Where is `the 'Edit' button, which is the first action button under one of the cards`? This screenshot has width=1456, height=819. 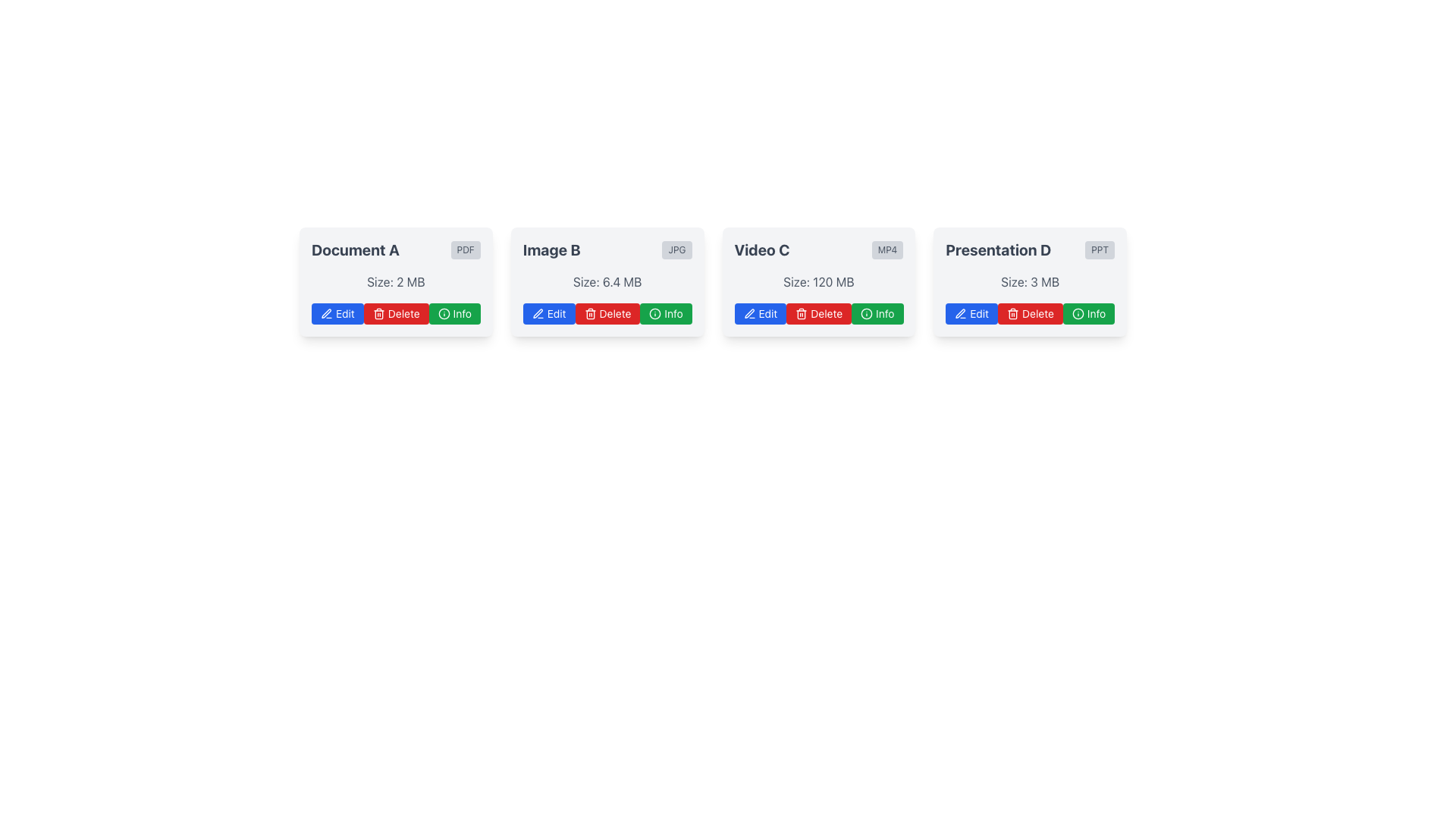
the 'Edit' button, which is the first action button under one of the cards is located at coordinates (960, 312).